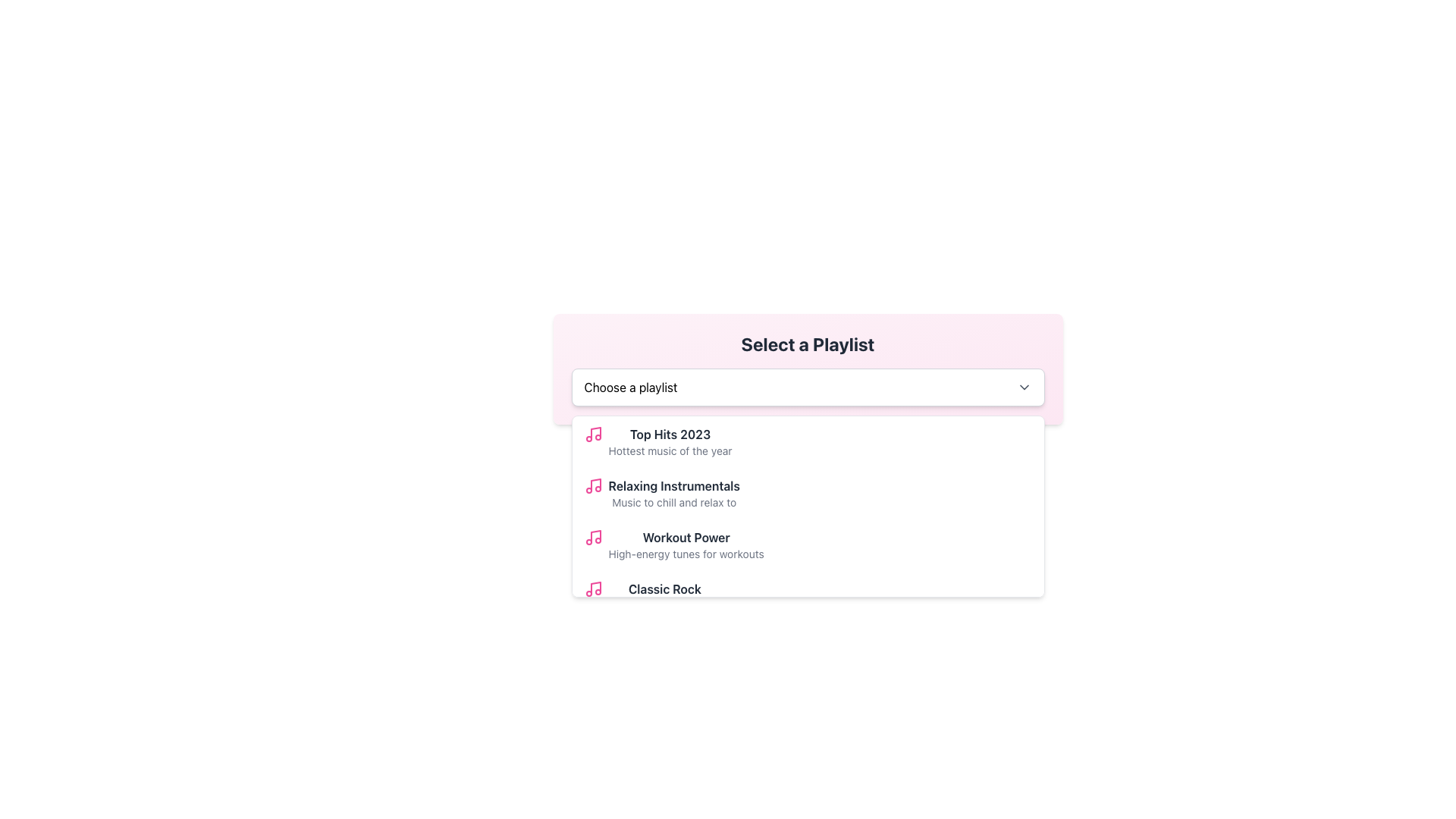  What do you see at coordinates (592, 435) in the screenshot?
I see `the first icon representing the 'Top Hits 2023' playlist option in the playlist dropdown` at bounding box center [592, 435].